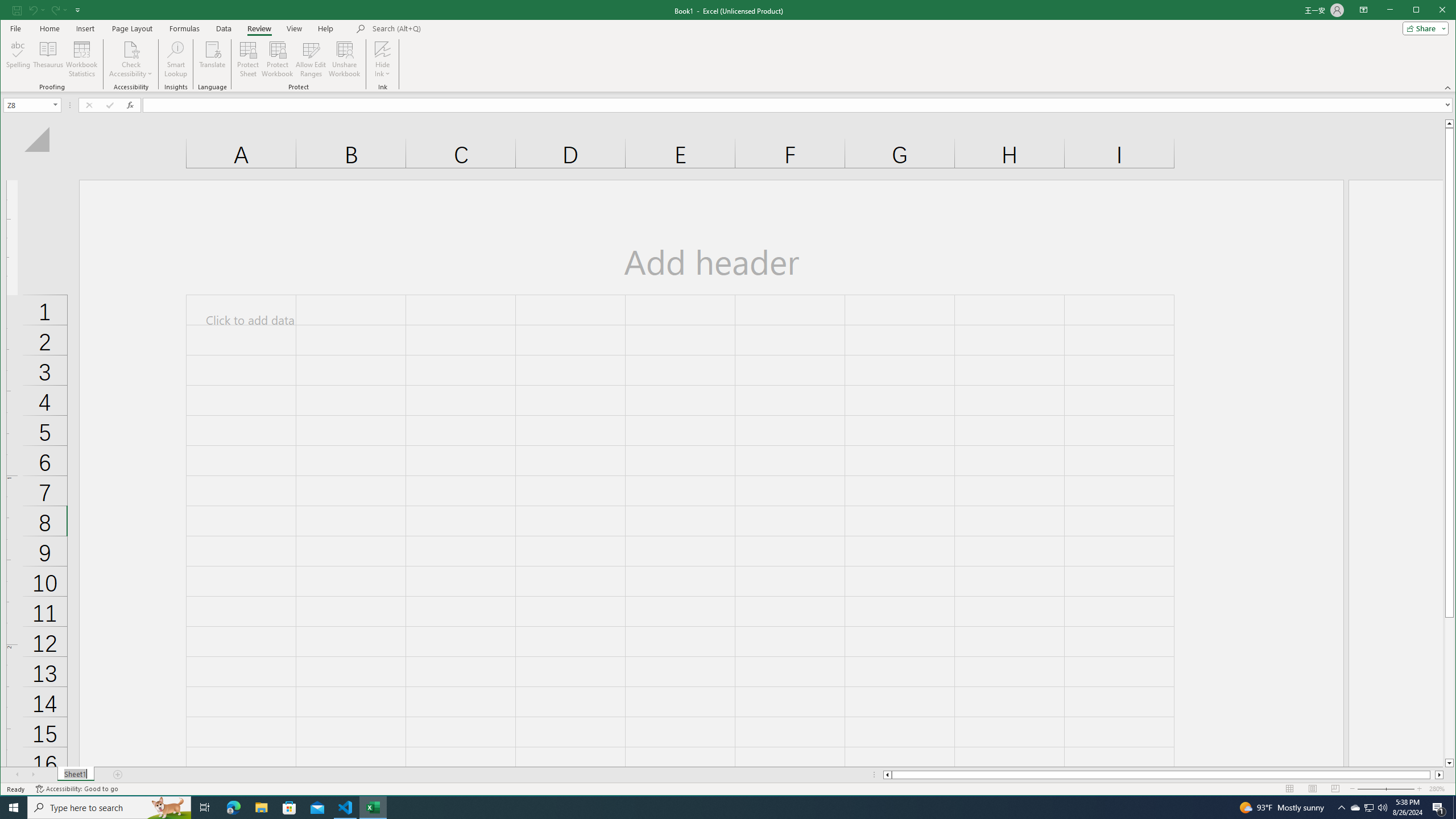 Image resolution: width=1456 pixels, height=819 pixels. Describe the element at coordinates (450, 28) in the screenshot. I see `'Microsoft search'` at that location.